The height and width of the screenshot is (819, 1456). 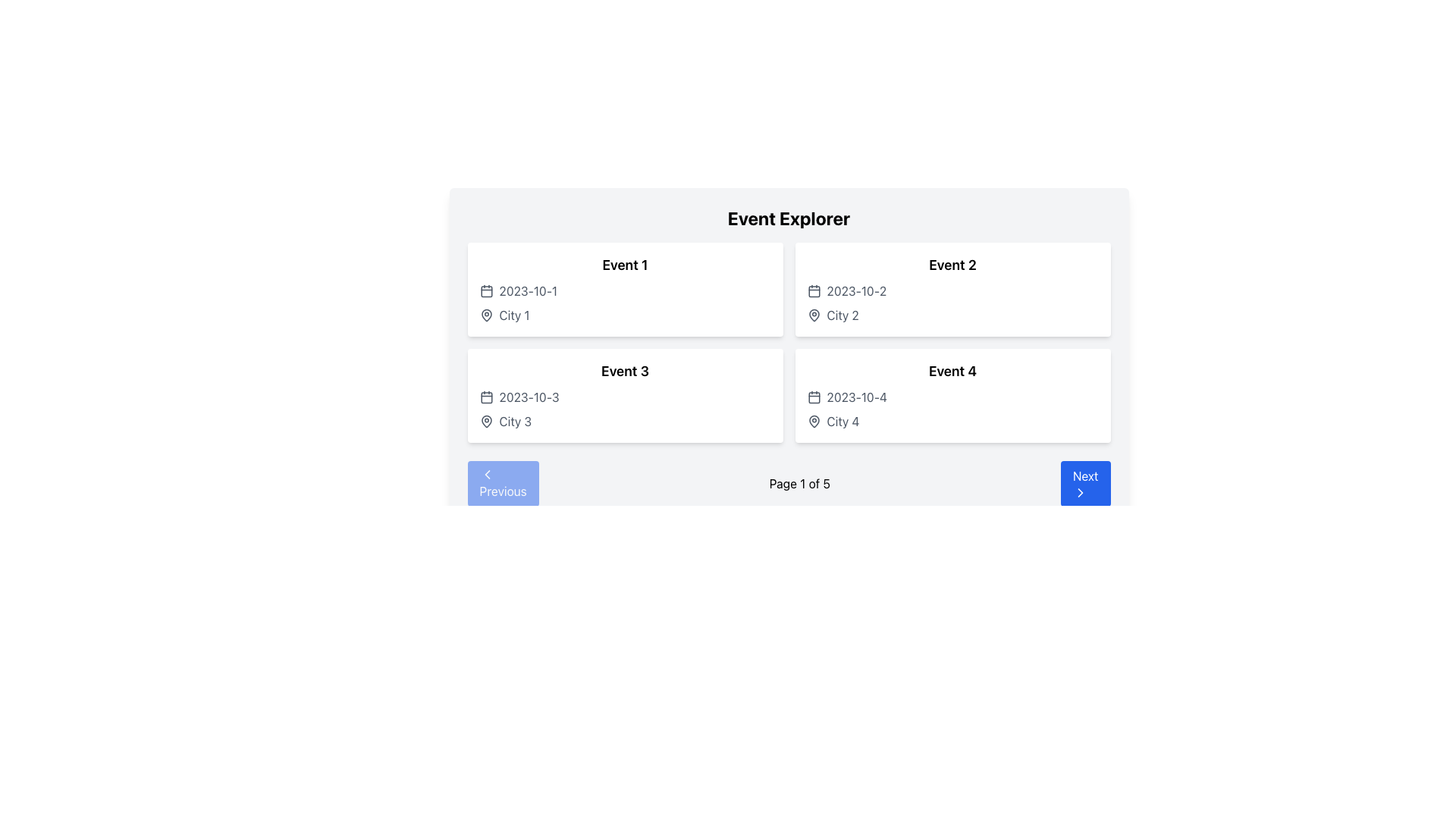 I want to click on the event title text label located at the upper section of the card, so click(x=625, y=371).